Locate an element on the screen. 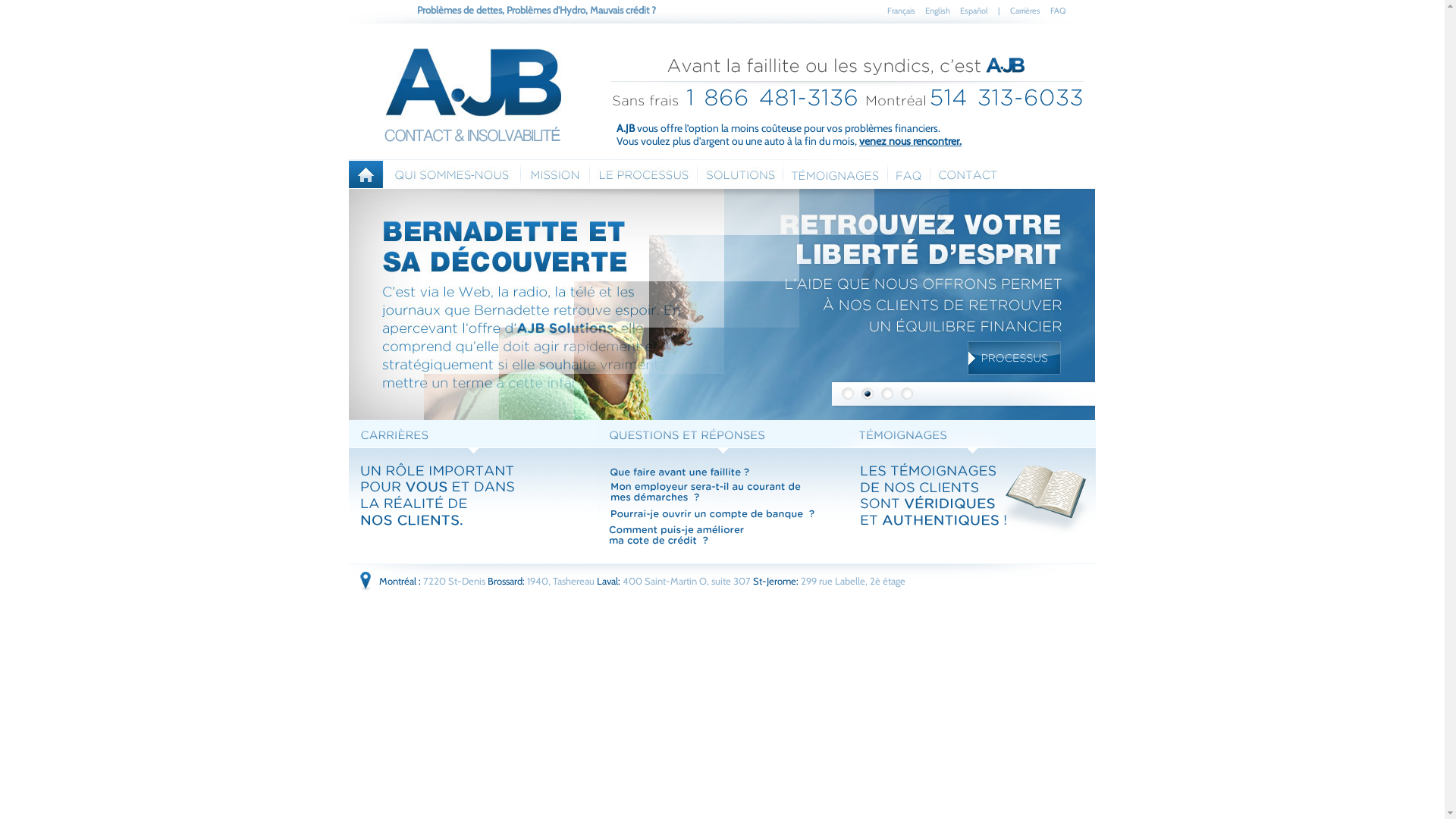 Image resolution: width=1456 pixels, height=819 pixels. 'Brossard: 1940, Tashereau' is located at coordinates (542, 580).